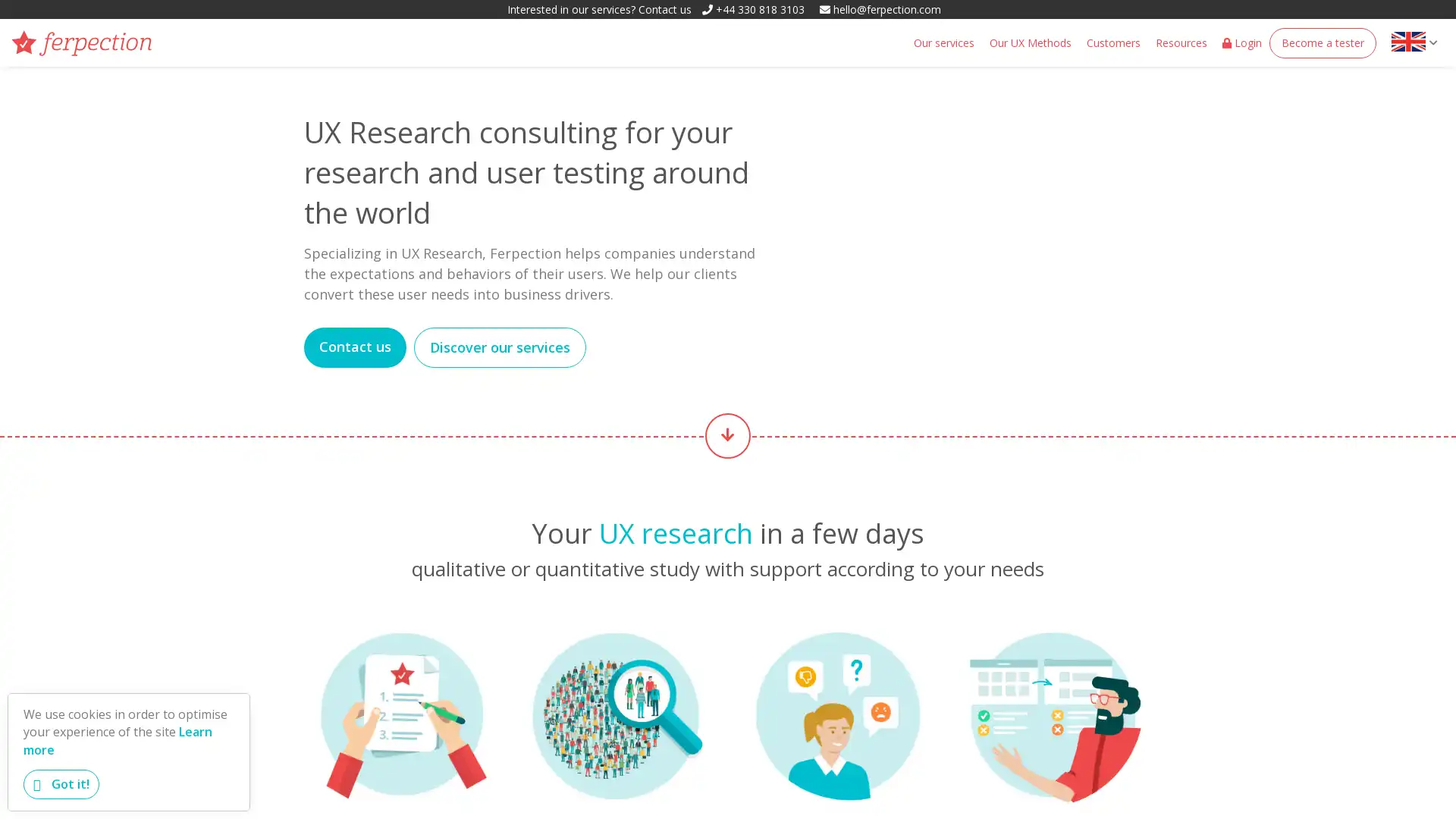 This screenshot has width=1456, height=819. I want to click on learn more about cookies, so click(117, 739).